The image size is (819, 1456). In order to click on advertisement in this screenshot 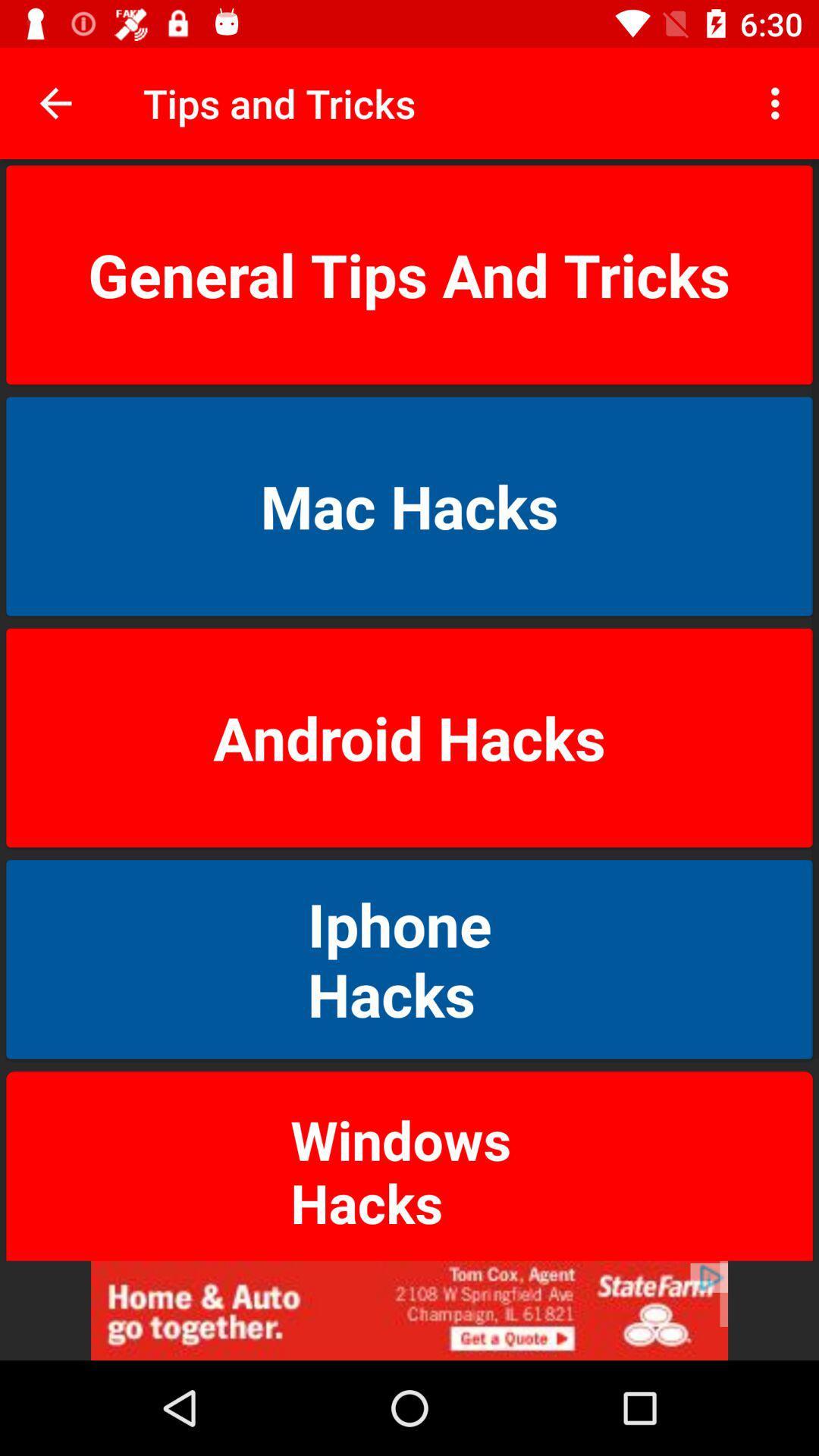, I will do `click(409, 1310)`.